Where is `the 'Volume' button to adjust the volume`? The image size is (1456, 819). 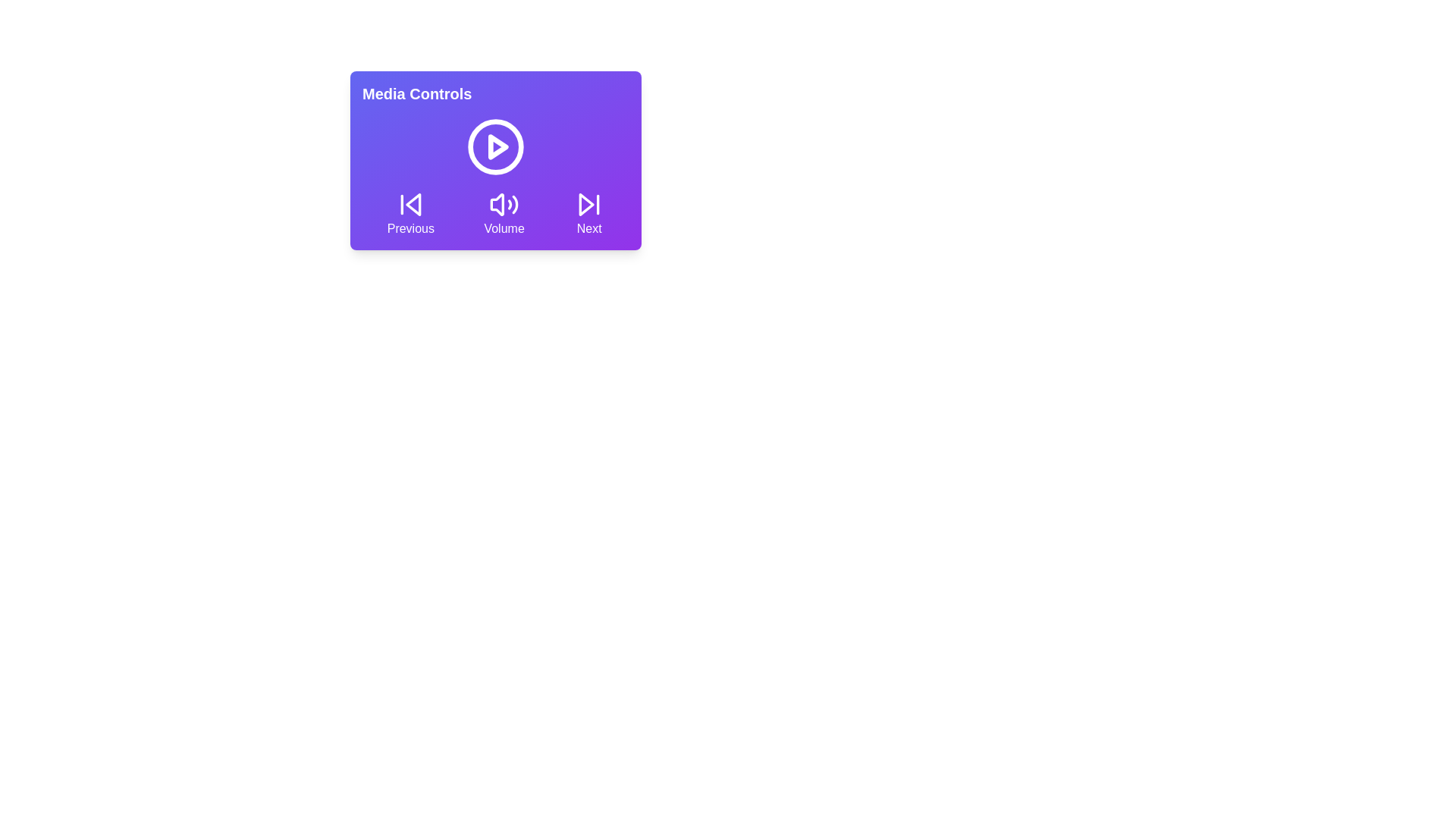
the 'Volume' button to adjust the volume is located at coordinates (504, 213).